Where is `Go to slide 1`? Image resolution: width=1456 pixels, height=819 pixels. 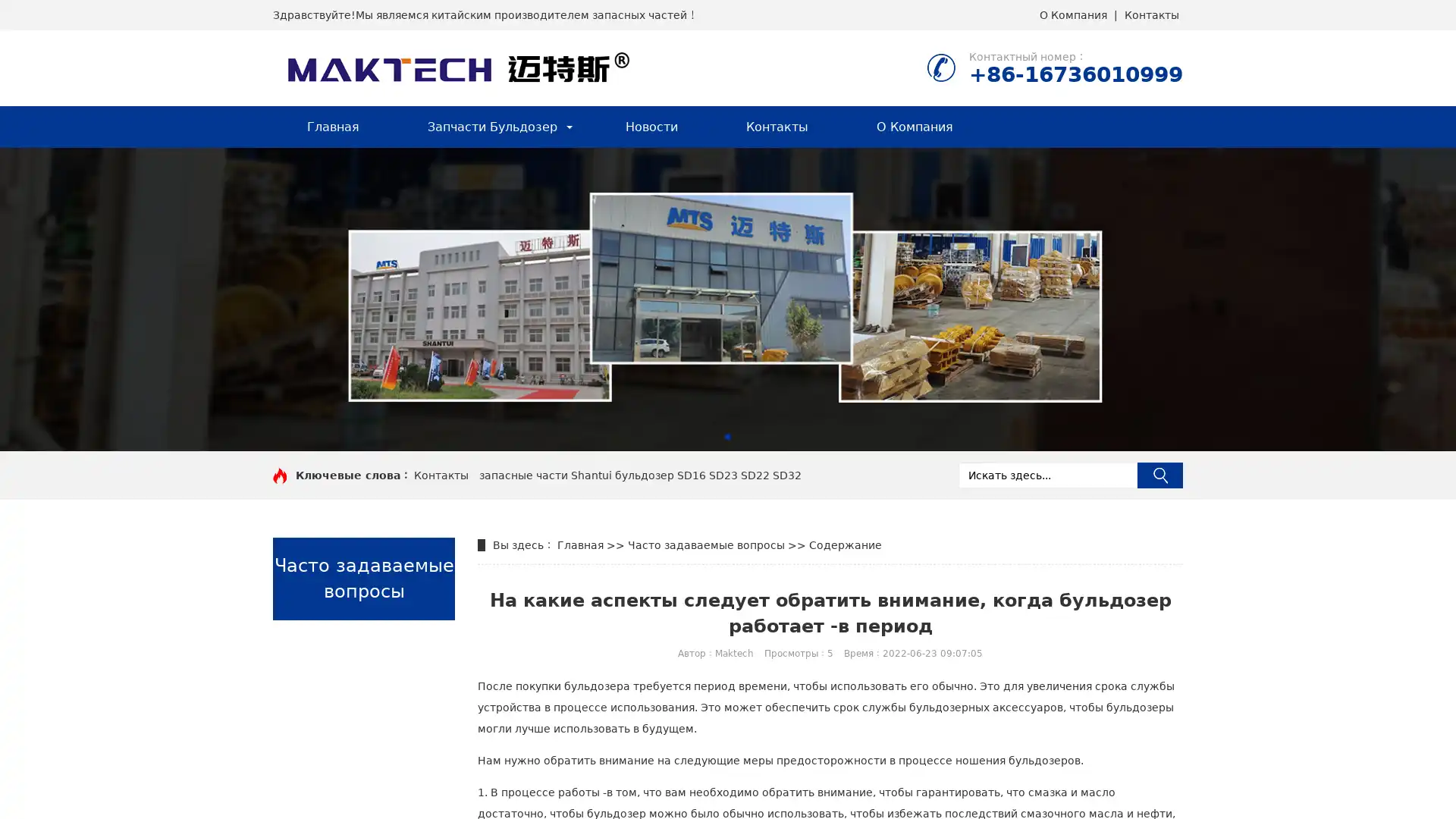 Go to slide 1 is located at coordinates (728, 436).